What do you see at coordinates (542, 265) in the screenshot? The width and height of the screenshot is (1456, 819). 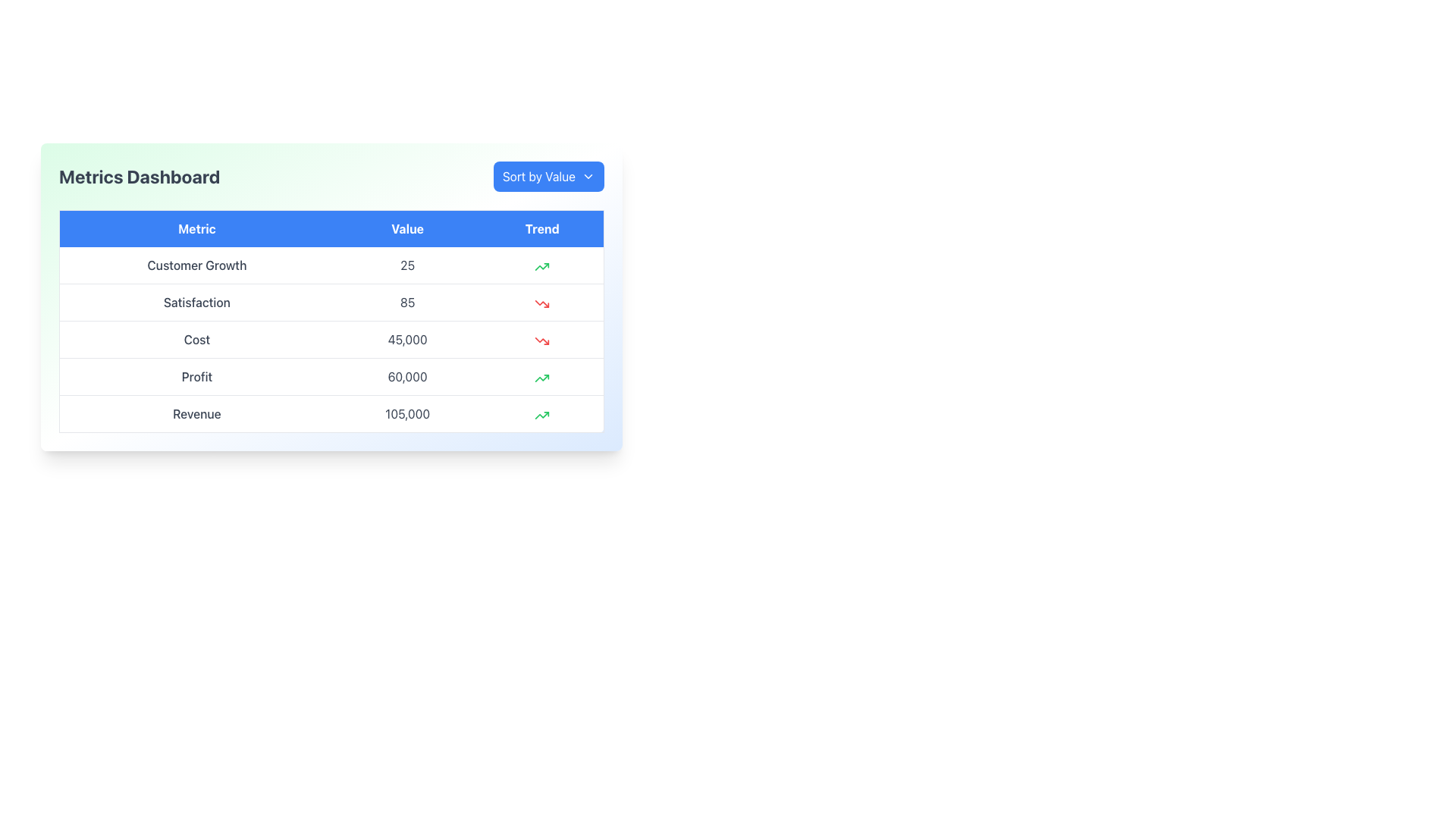 I see `the upward trending green arrow icon in the 'Trend' column for the 'Revenue' row, which signifies a positive trend` at bounding box center [542, 265].